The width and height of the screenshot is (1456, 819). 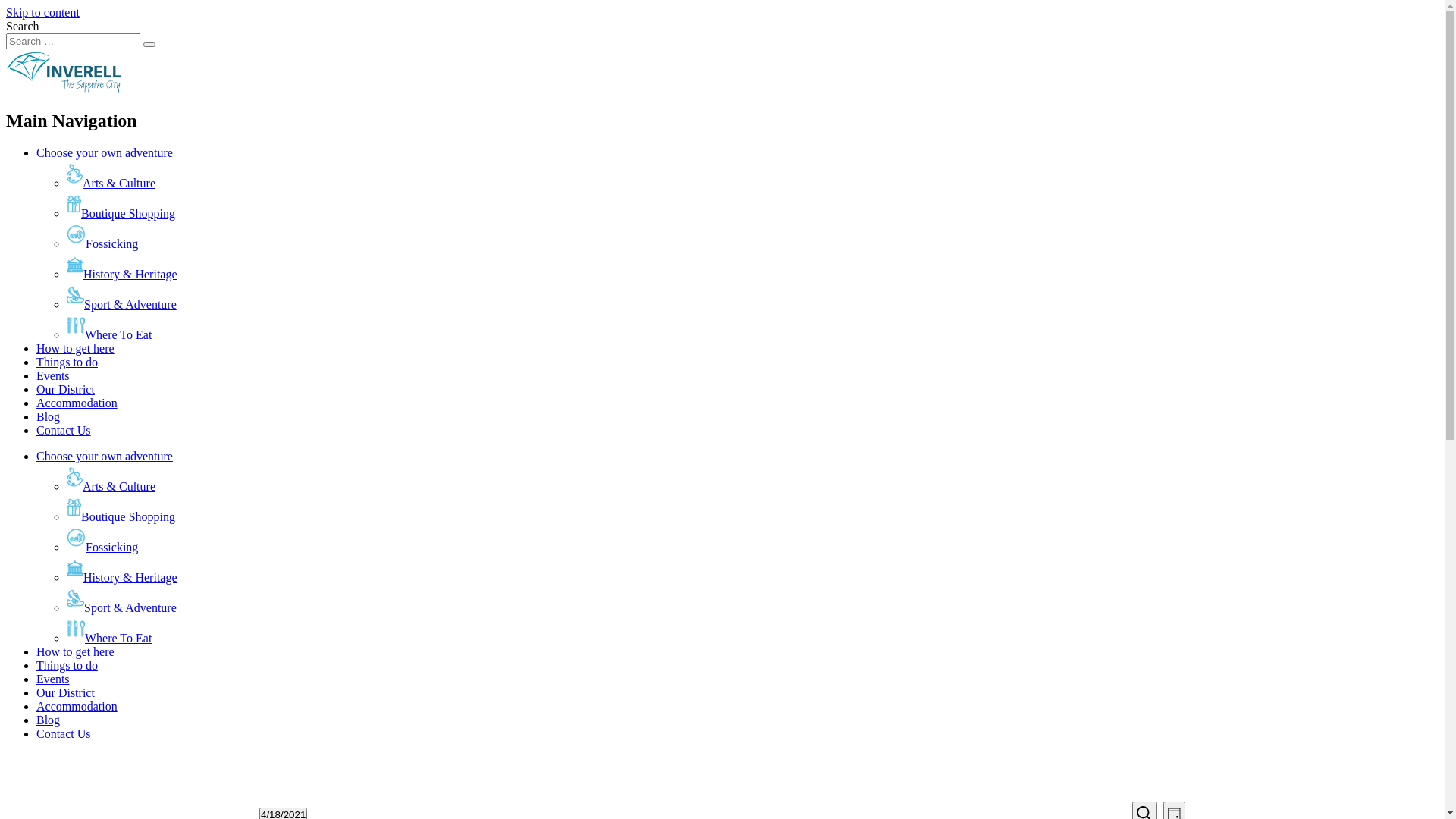 I want to click on 'Fossicking', so click(x=101, y=243).